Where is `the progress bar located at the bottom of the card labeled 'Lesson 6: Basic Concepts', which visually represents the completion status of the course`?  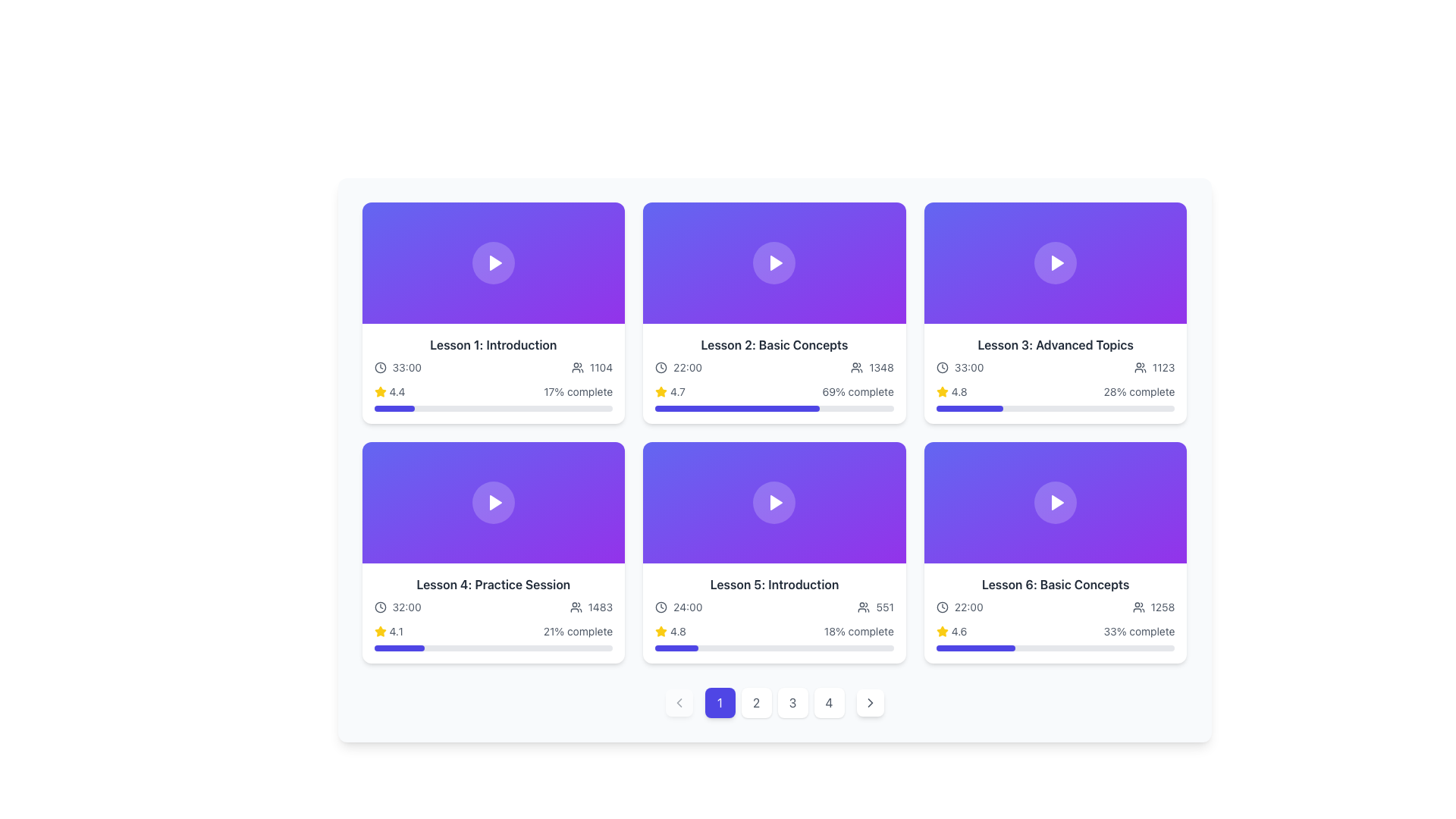
the progress bar located at the bottom of the card labeled 'Lesson 6: Basic Concepts', which visually represents the completion status of the course is located at coordinates (975, 648).